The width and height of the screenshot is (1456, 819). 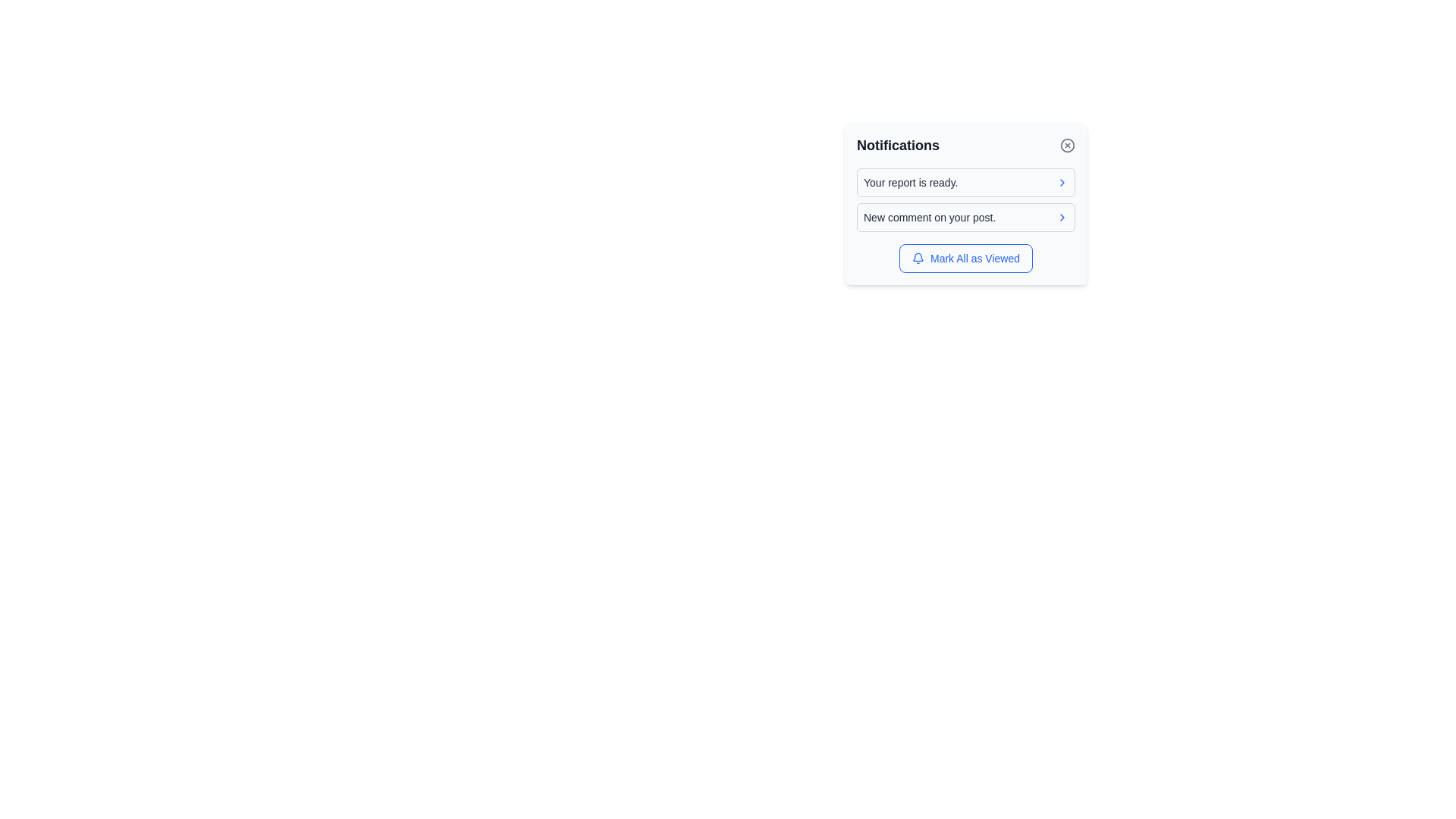 What do you see at coordinates (965, 217) in the screenshot?
I see `the notification item with the text 'New comment on your post.' that has a light-gray background and a small blue arrow icon, which is the second item in the notifications list` at bounding box center [965, 217].